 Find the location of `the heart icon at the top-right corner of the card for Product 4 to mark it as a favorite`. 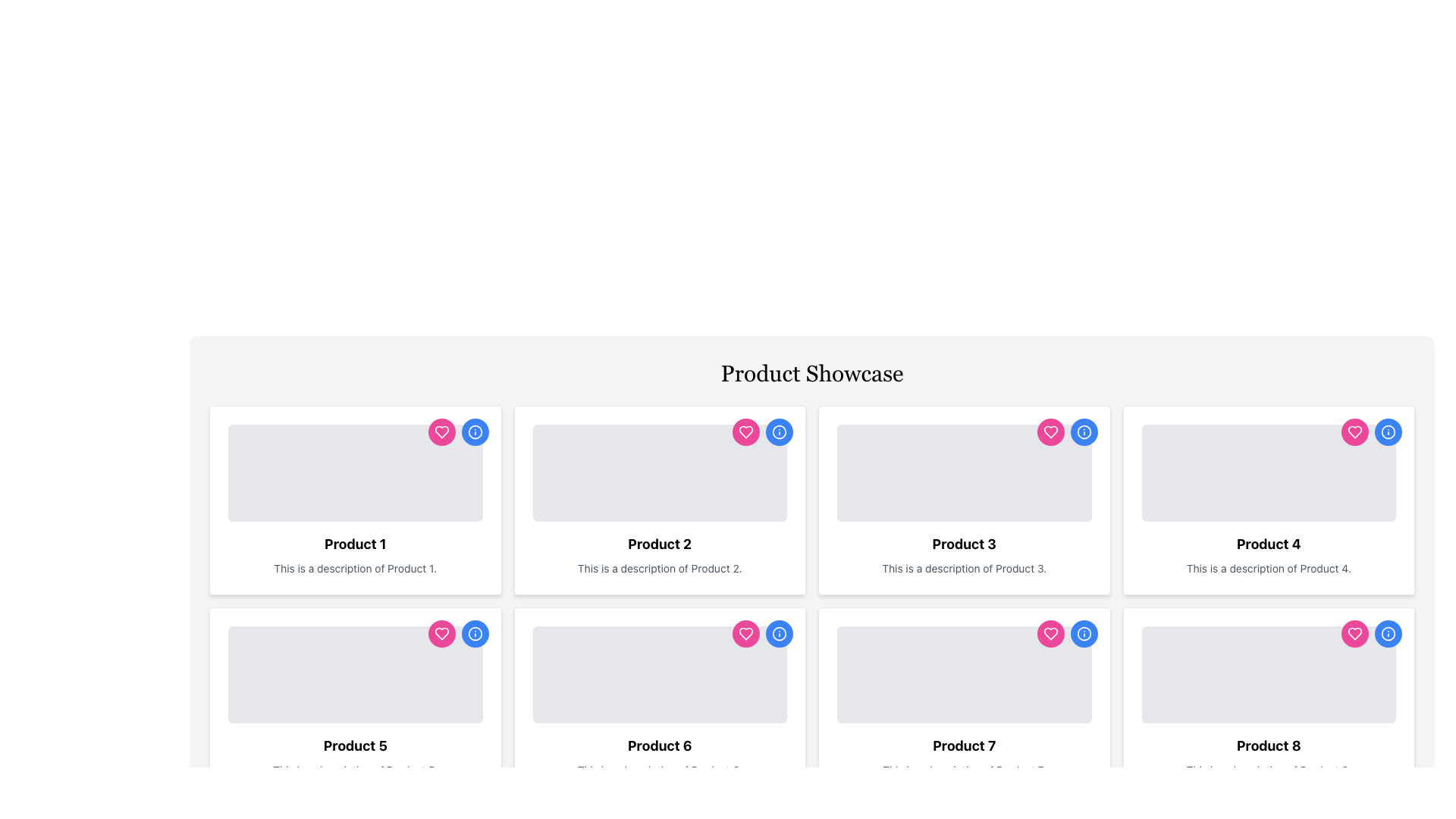

the heart icon at the top-right corner of the card for Product 4 to mark it as a favorite is located at coordinates (1354, 634).